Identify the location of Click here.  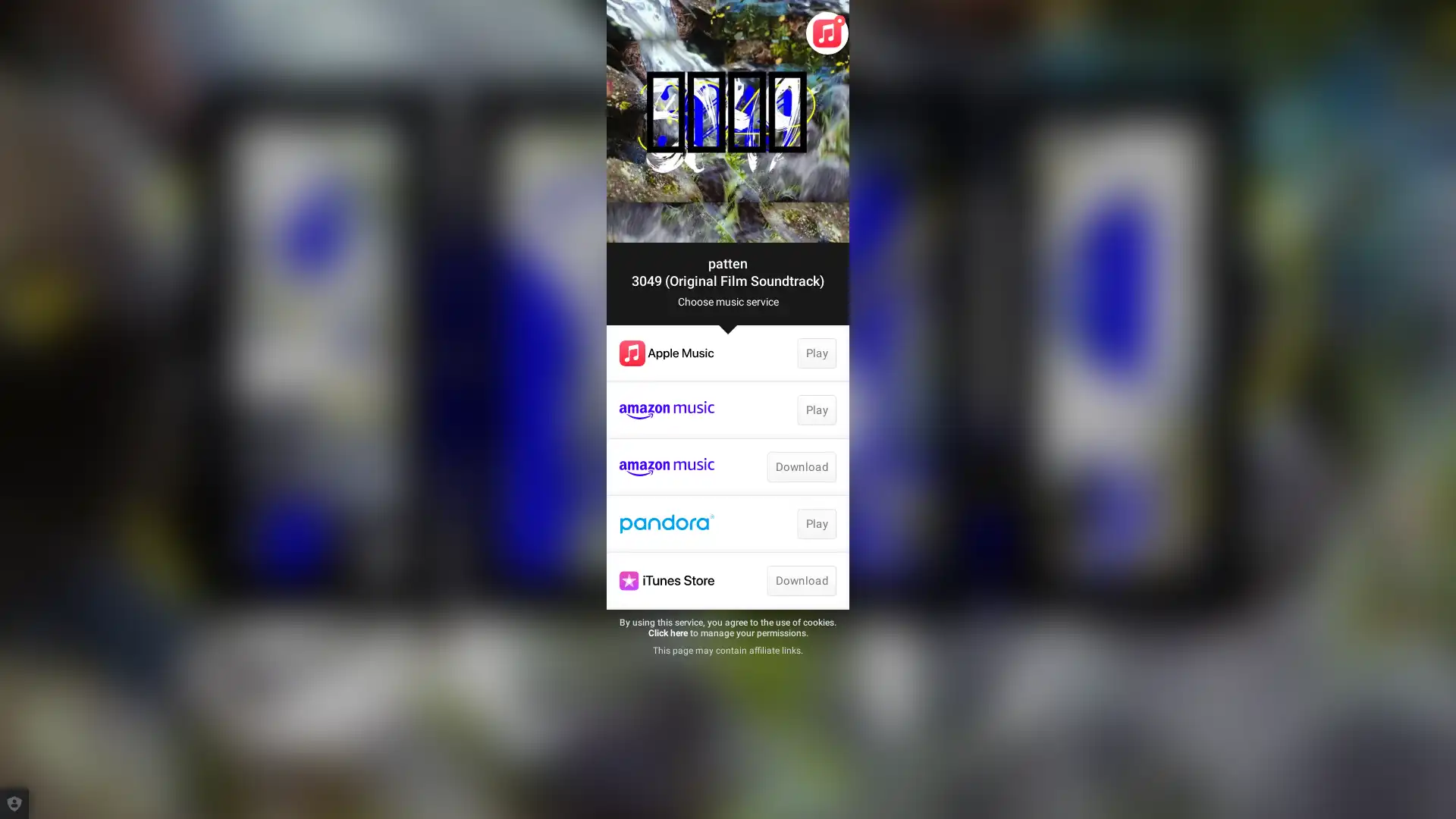
(667, 632).